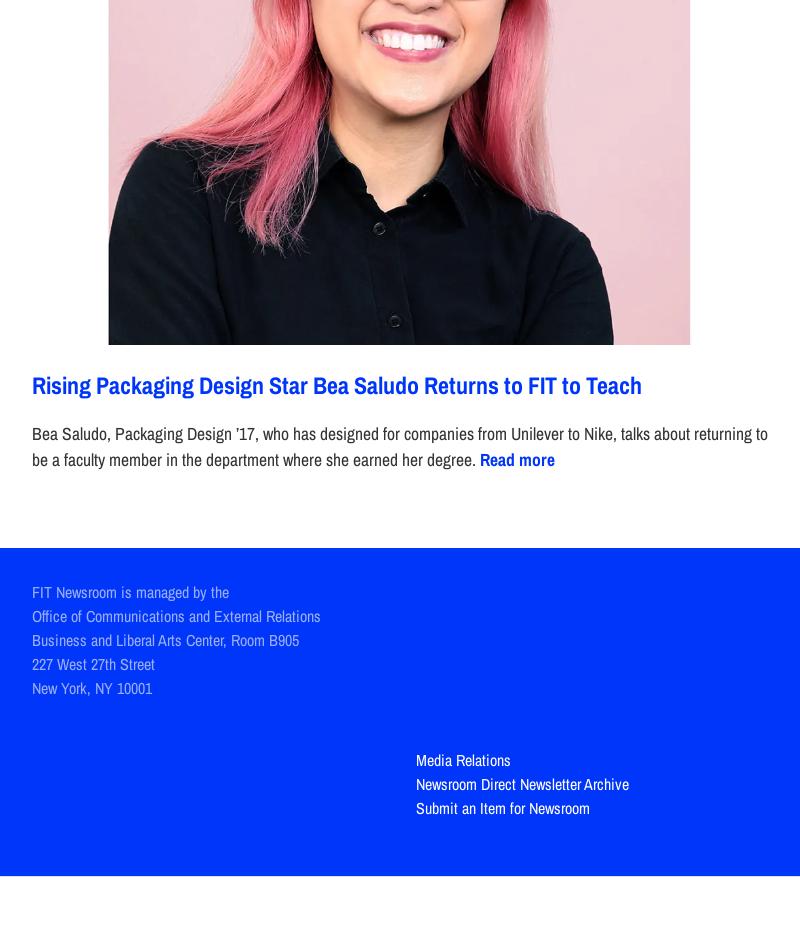  What do you see at coordinates (462, 759) in the screenshot?
I see `'Media Relations'` at bounding box center [462, 759].